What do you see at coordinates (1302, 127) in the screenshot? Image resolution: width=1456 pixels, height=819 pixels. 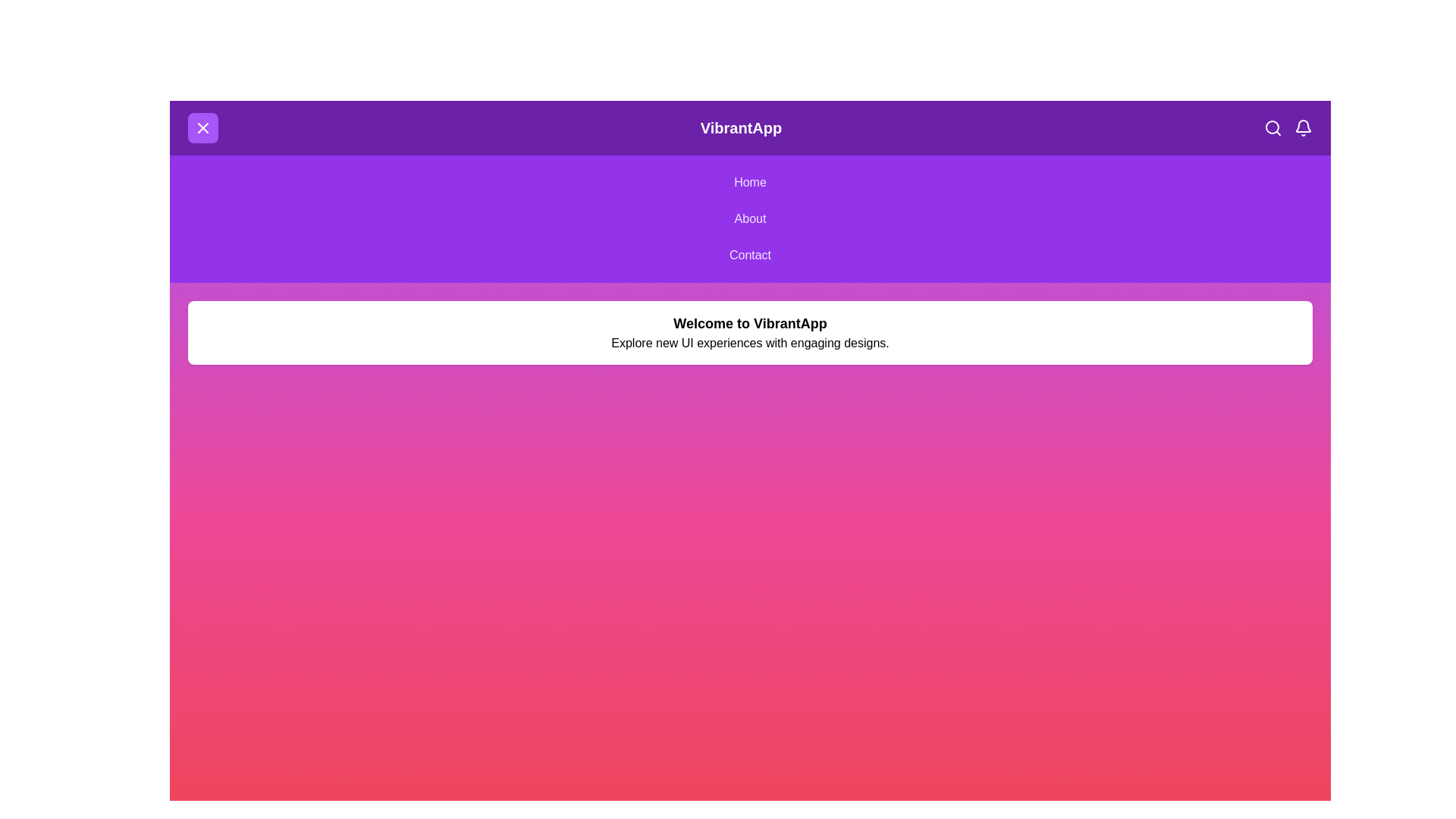 I see `the bell icon to view notifications` at bounding box center [1302, 127].